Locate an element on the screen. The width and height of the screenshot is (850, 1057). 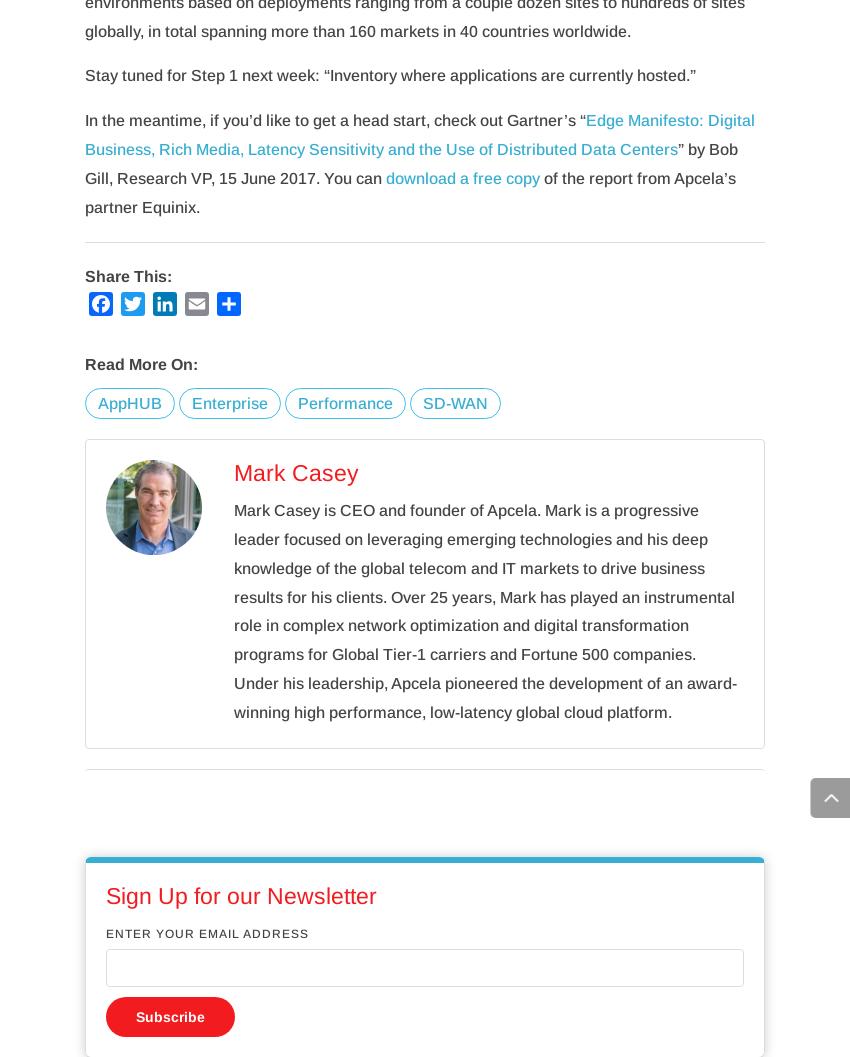
'SD-WAN' is located at coordinates (422, 401).